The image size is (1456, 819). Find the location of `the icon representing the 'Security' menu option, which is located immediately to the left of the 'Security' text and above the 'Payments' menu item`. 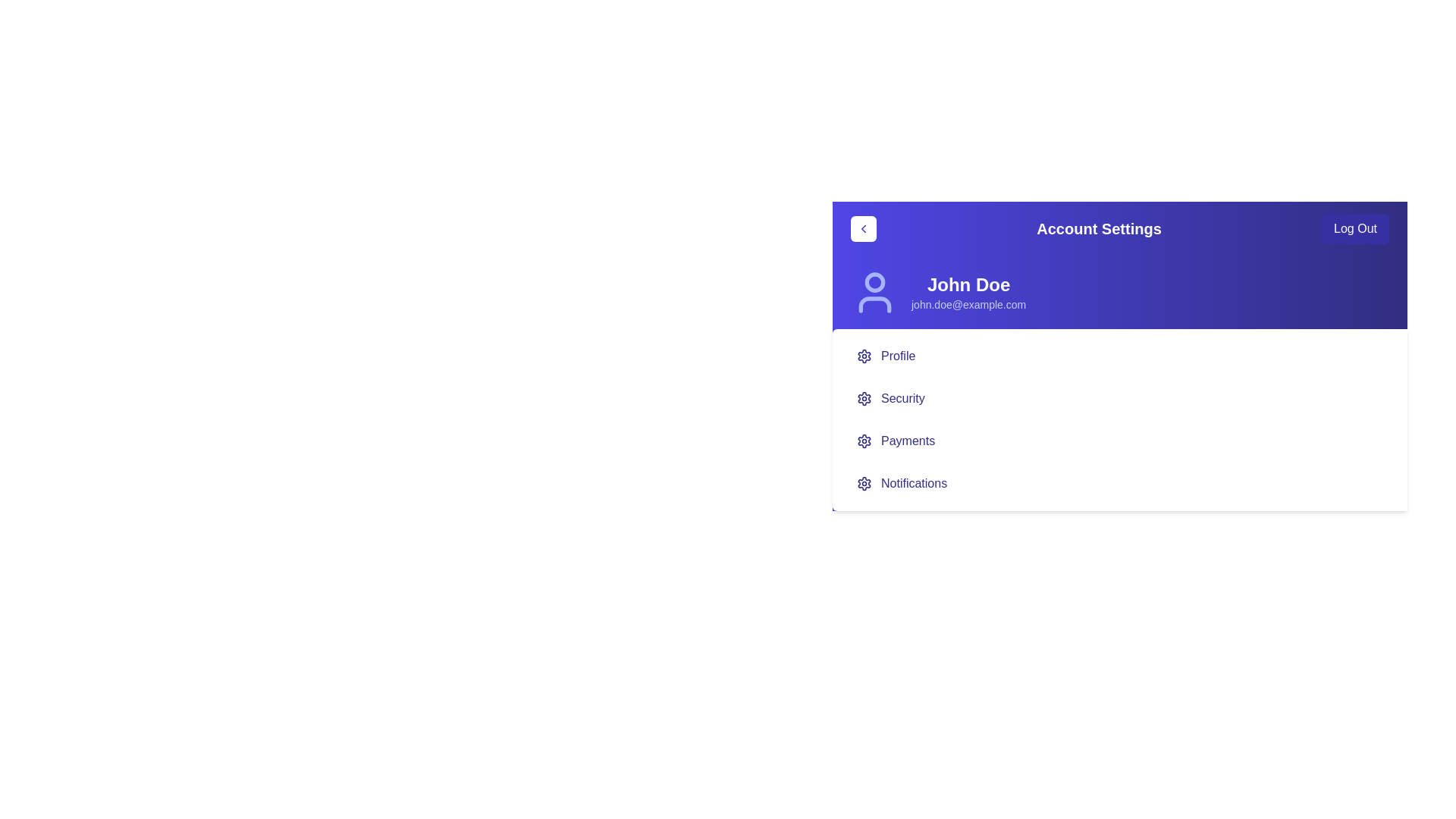

the icon representing the 'Security' menu option, which is located immediately to the left of the 'Security' text and above the 'Payments' menu item is located at coordinates (864, 397).